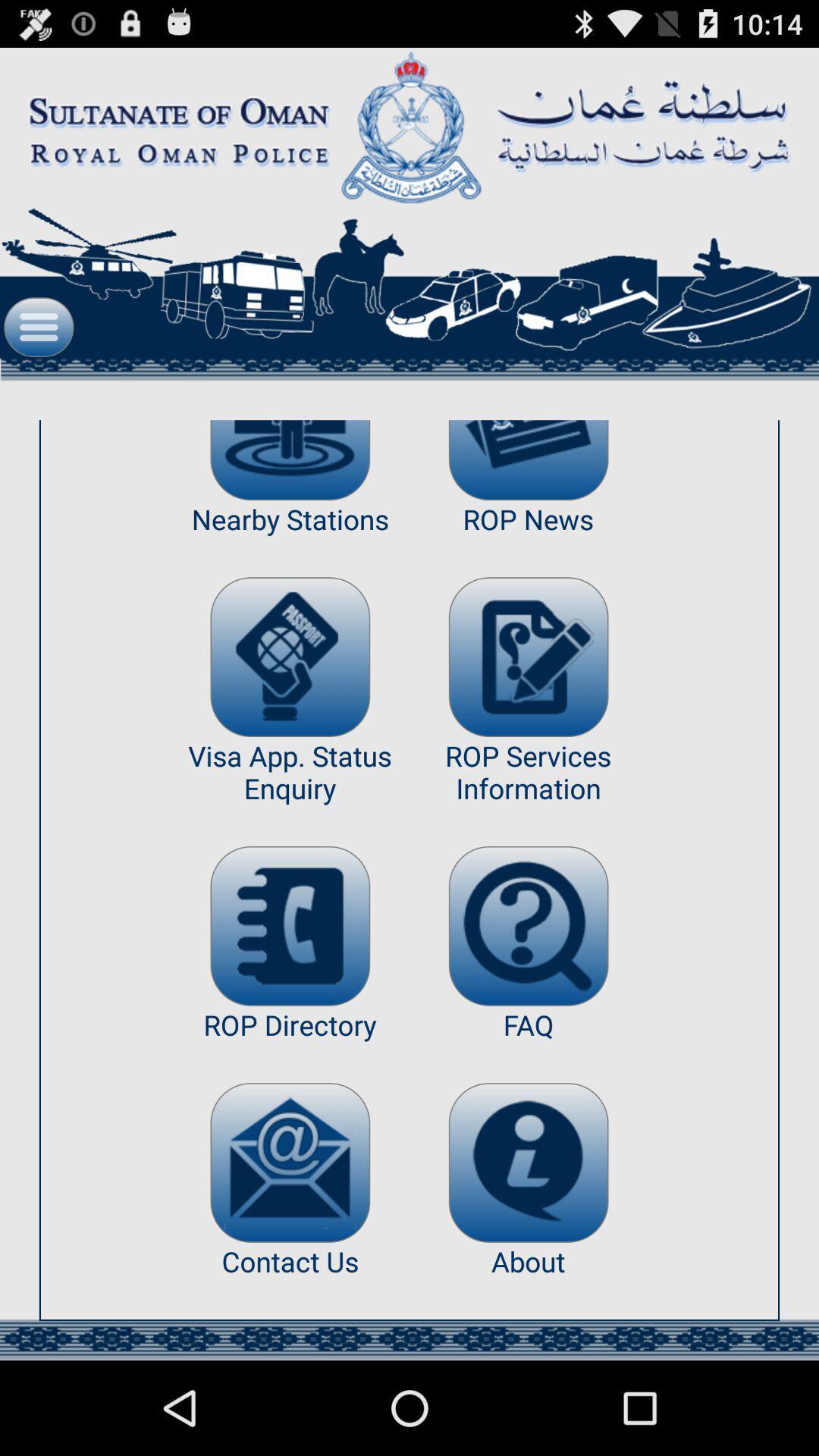 Image resolution: width=819 pixels, height=1456 pixels. I want to click on icon at the top left corner, so click(38, 326).